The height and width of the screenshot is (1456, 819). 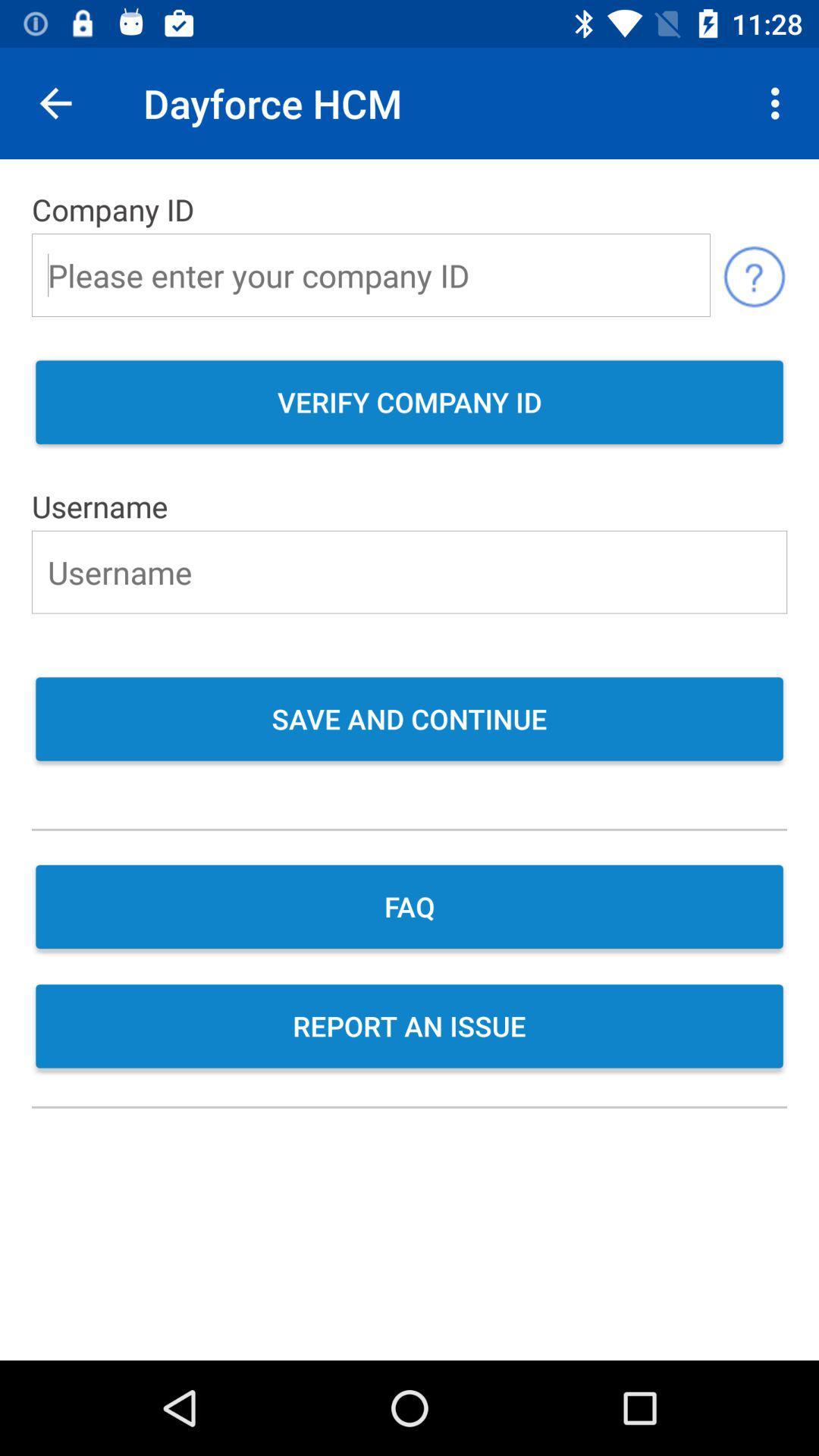 What do you see at coordinates (779, 102) in the screenshot?
I see `item above the company id icon` at bounding box center [779, 102].